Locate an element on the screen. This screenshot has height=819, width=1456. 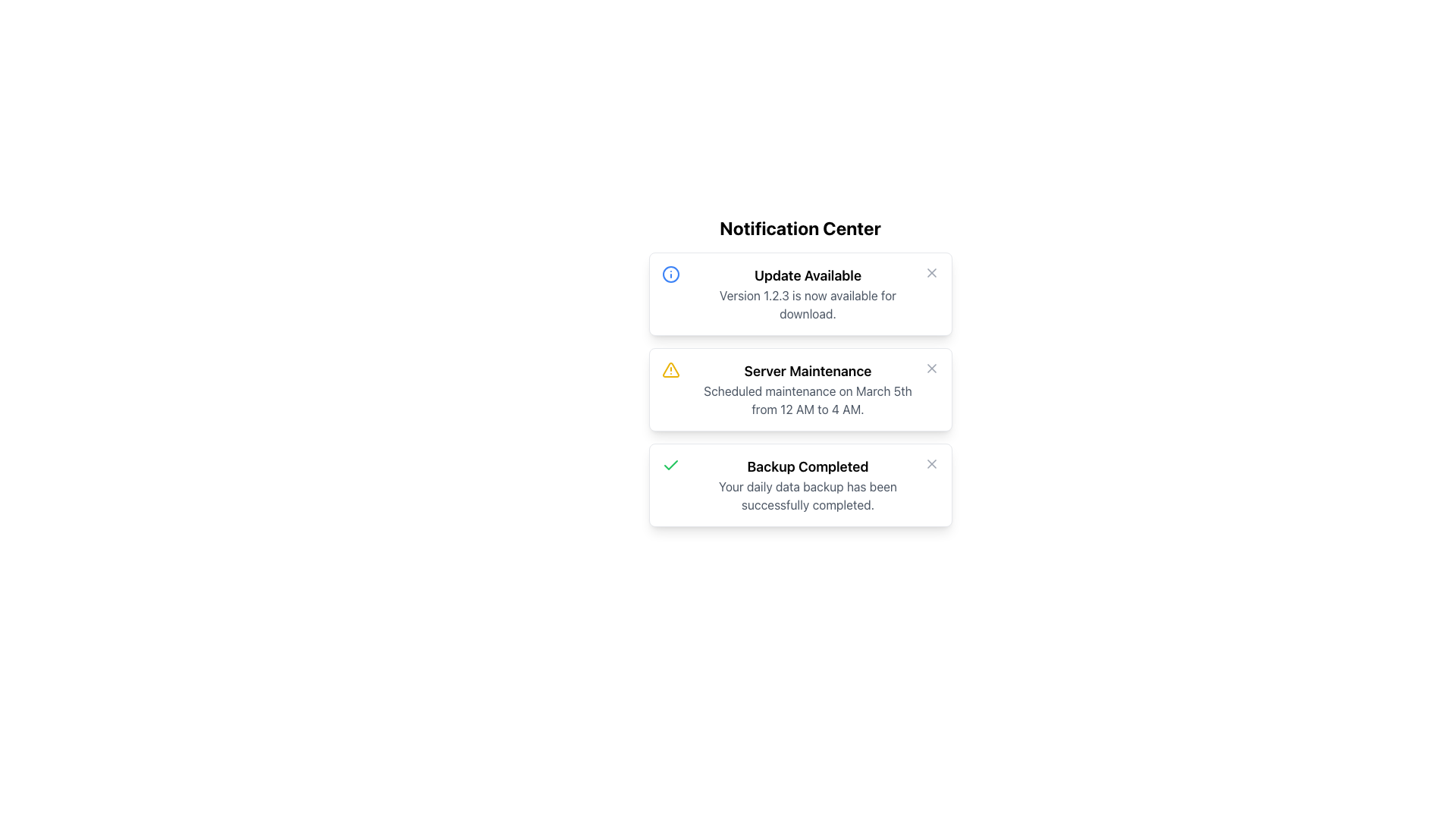
detailed information from the 'Server Maintenance' text label located in the notification center, positioned below the title 'Server Maintenance' is located at coordinates (807, 400).